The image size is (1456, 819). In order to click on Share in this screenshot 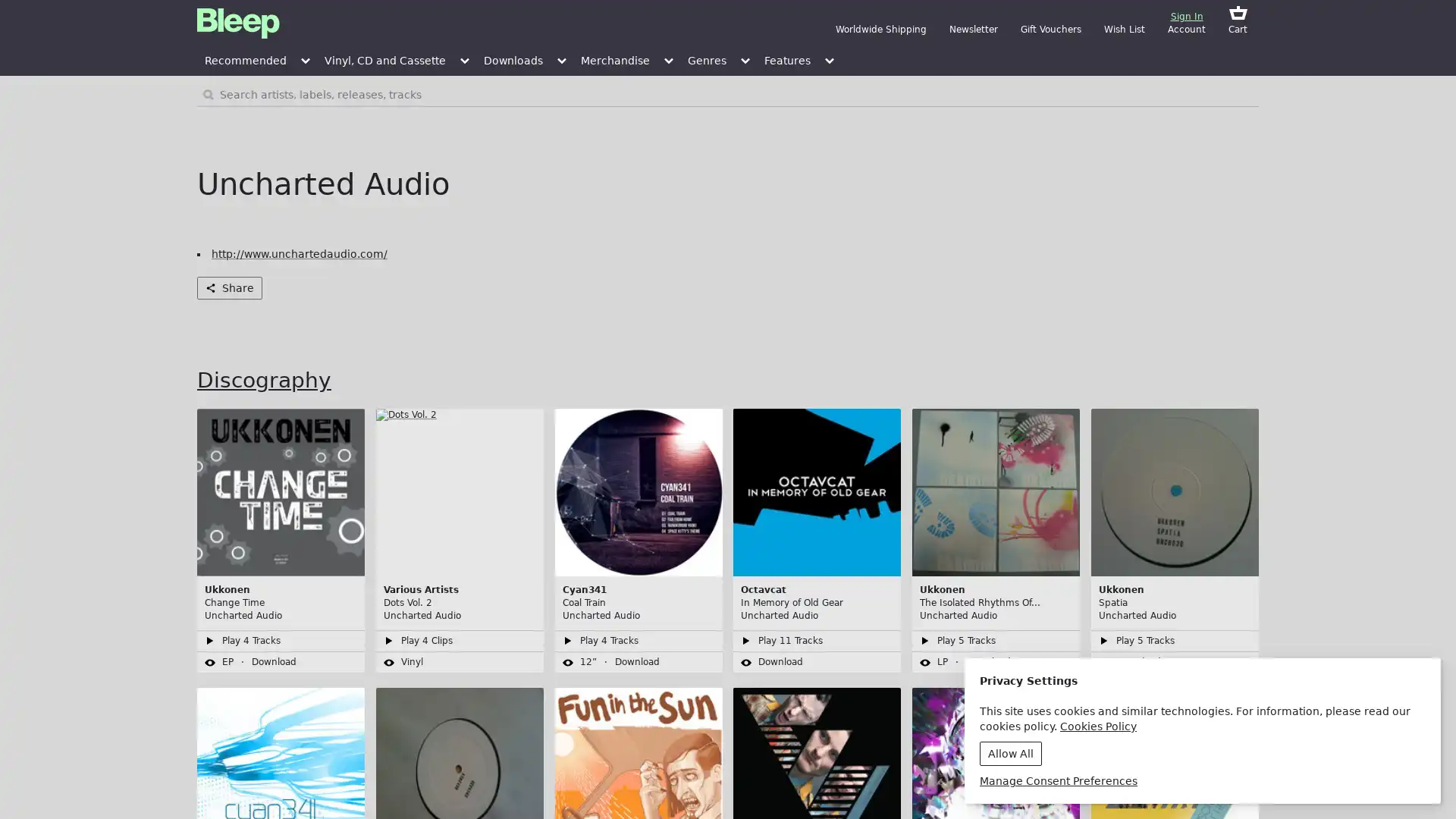, I will do `click(228, 288)`.